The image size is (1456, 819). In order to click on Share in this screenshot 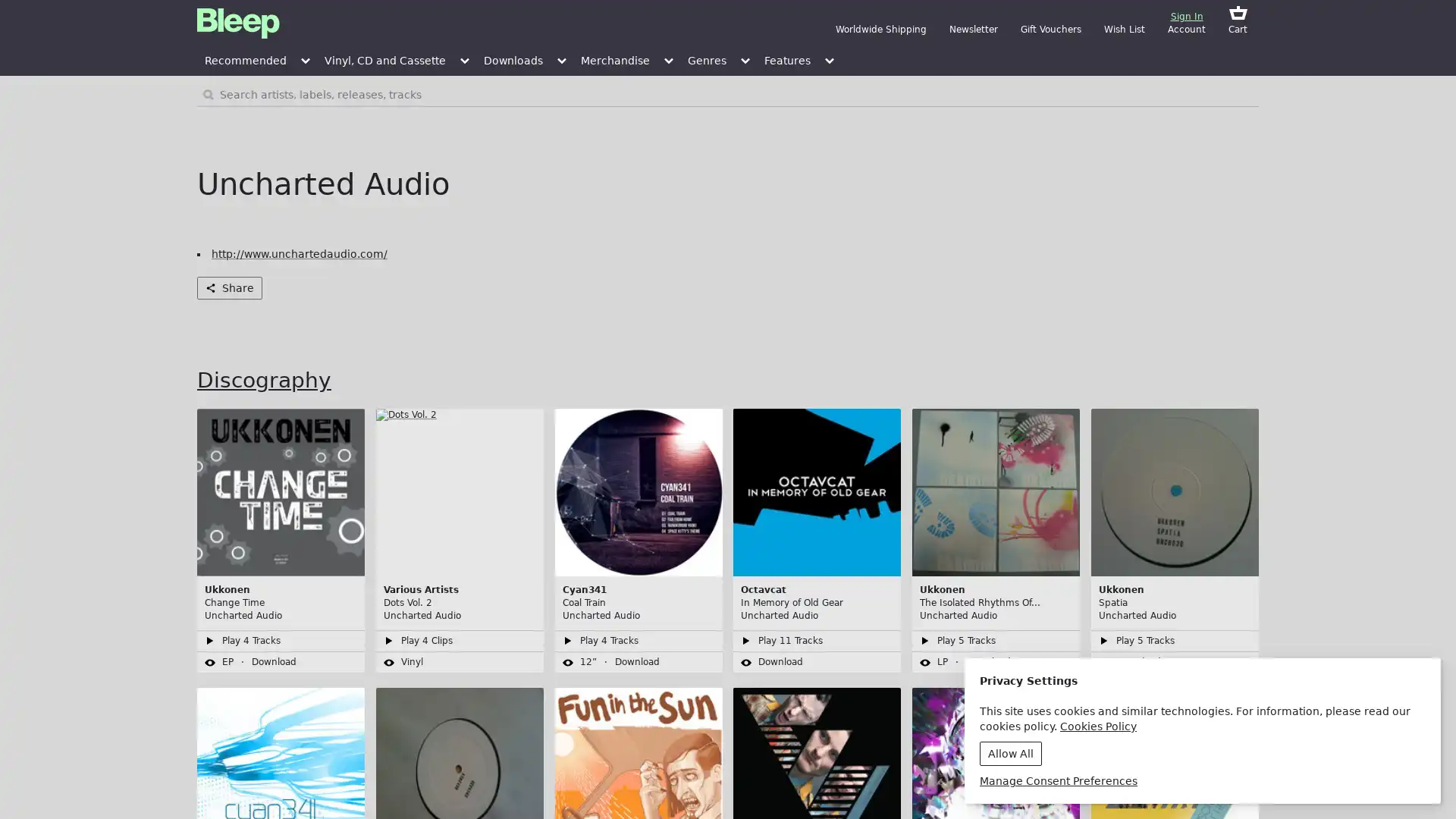, I will do `click(228, 288)`.